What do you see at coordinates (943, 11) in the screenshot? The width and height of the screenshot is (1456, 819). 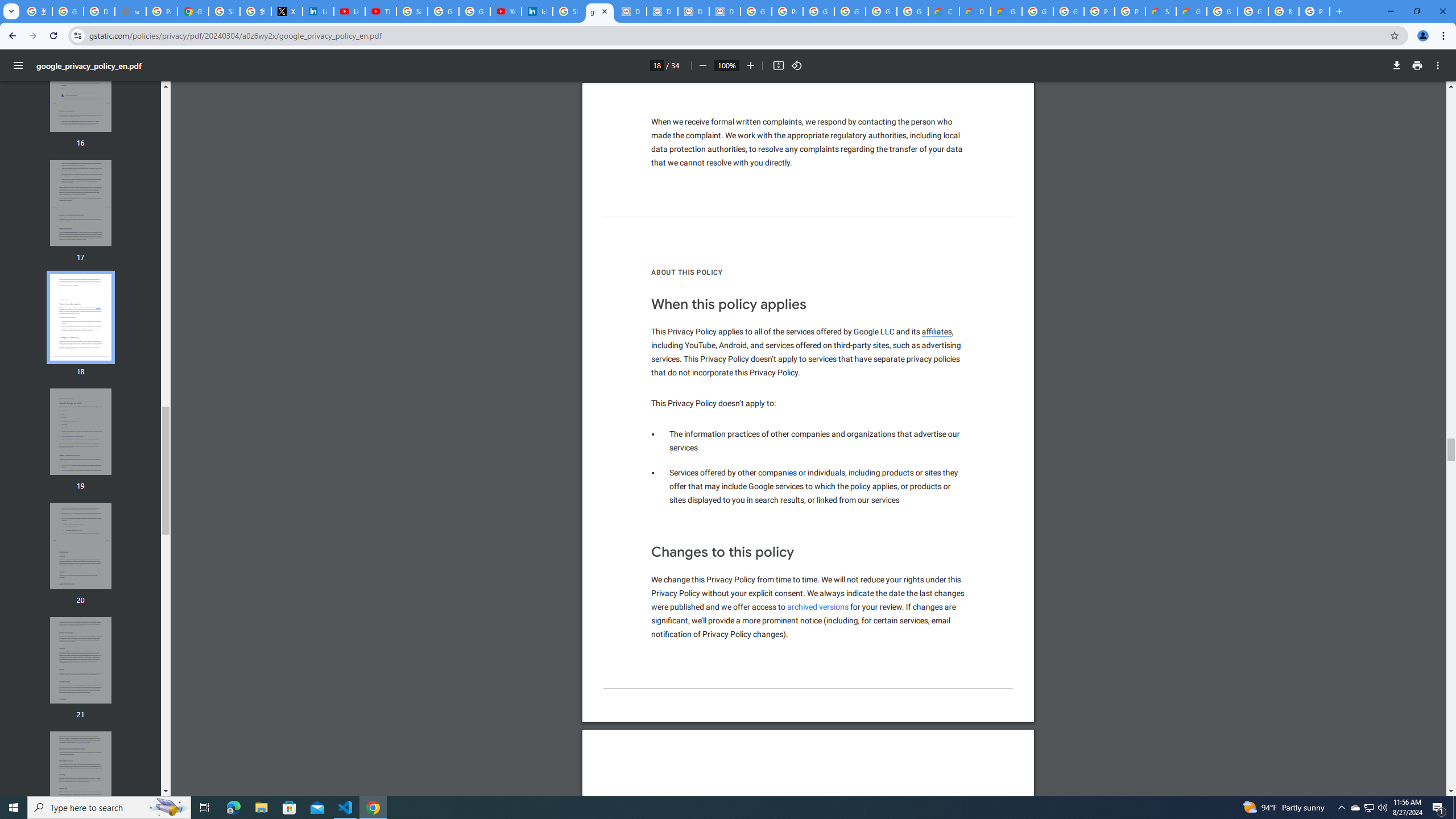 I see `'Customer Care | Google Cloud'` at bounding box center [943, 11].